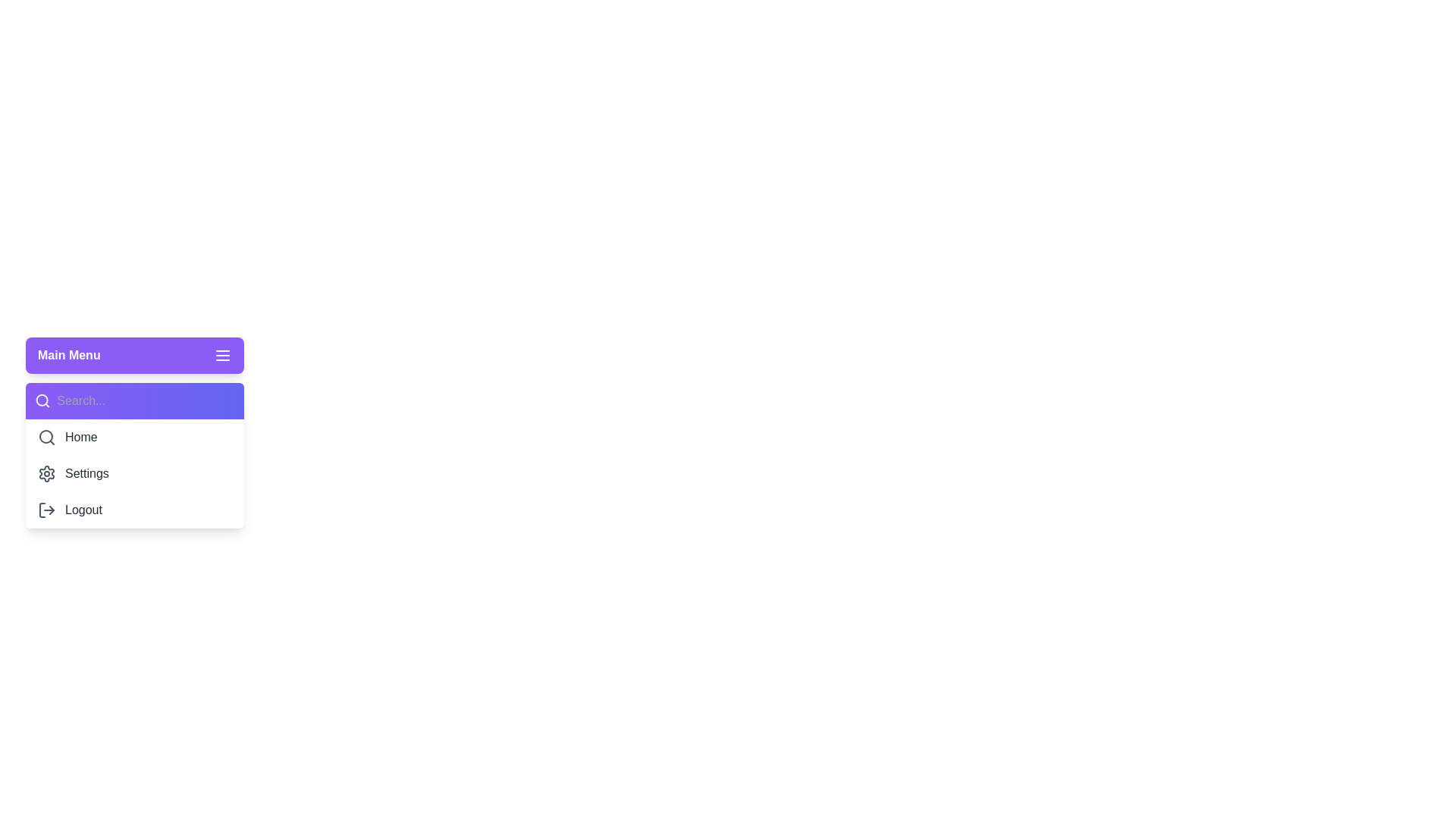 The height and width of the screenshot is (819, 1456). I want to click on the 'Home' menu item to navigate to the Home section, so click(134, 438).